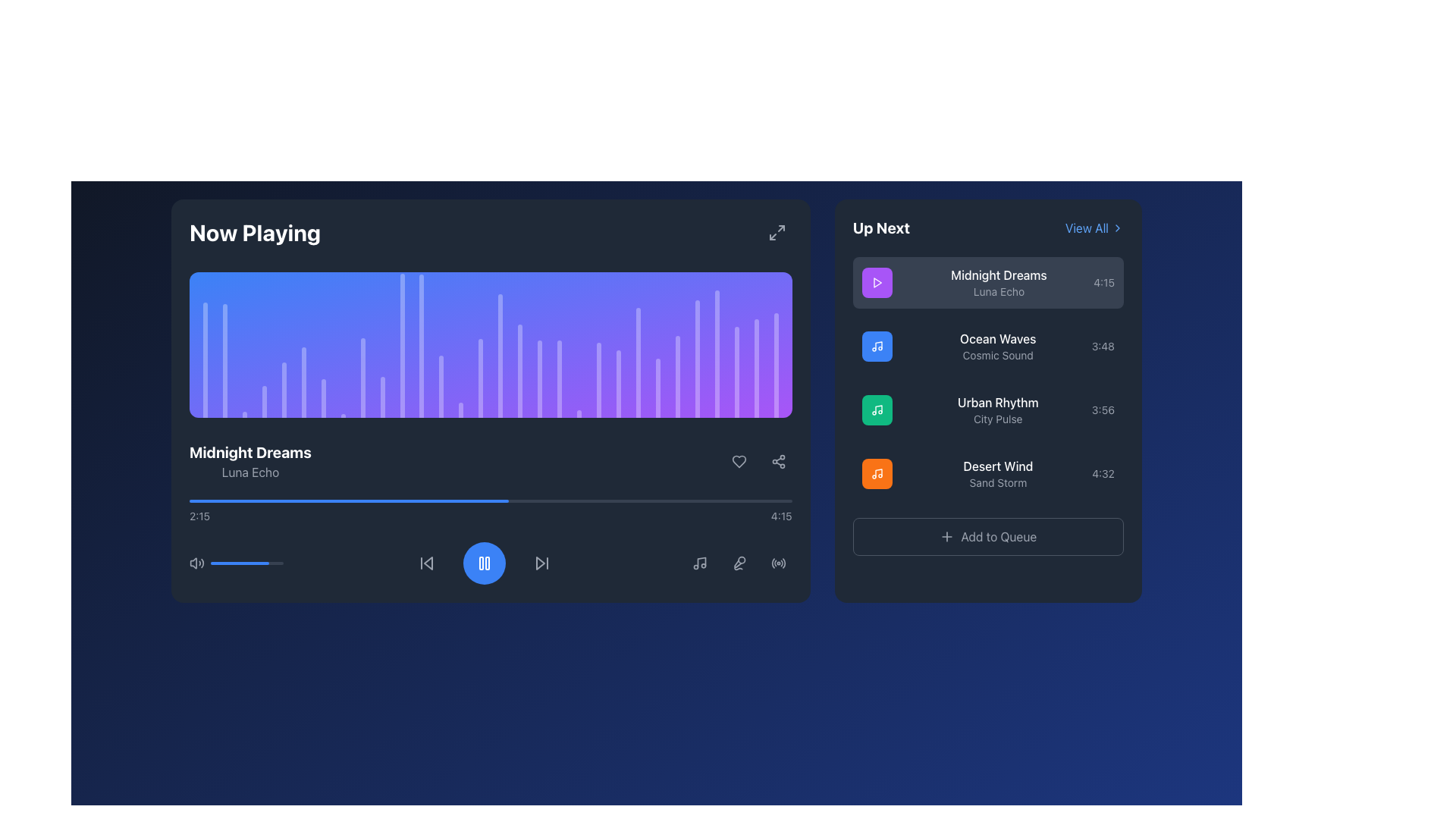 The height and width of the screenshot is (819, 1456). Describe the element at coordinates (739, 461) in the screenshot. I see `the heart icon in the bottom-right part of the primary music player interface to favorite the currently playing song` at that location.